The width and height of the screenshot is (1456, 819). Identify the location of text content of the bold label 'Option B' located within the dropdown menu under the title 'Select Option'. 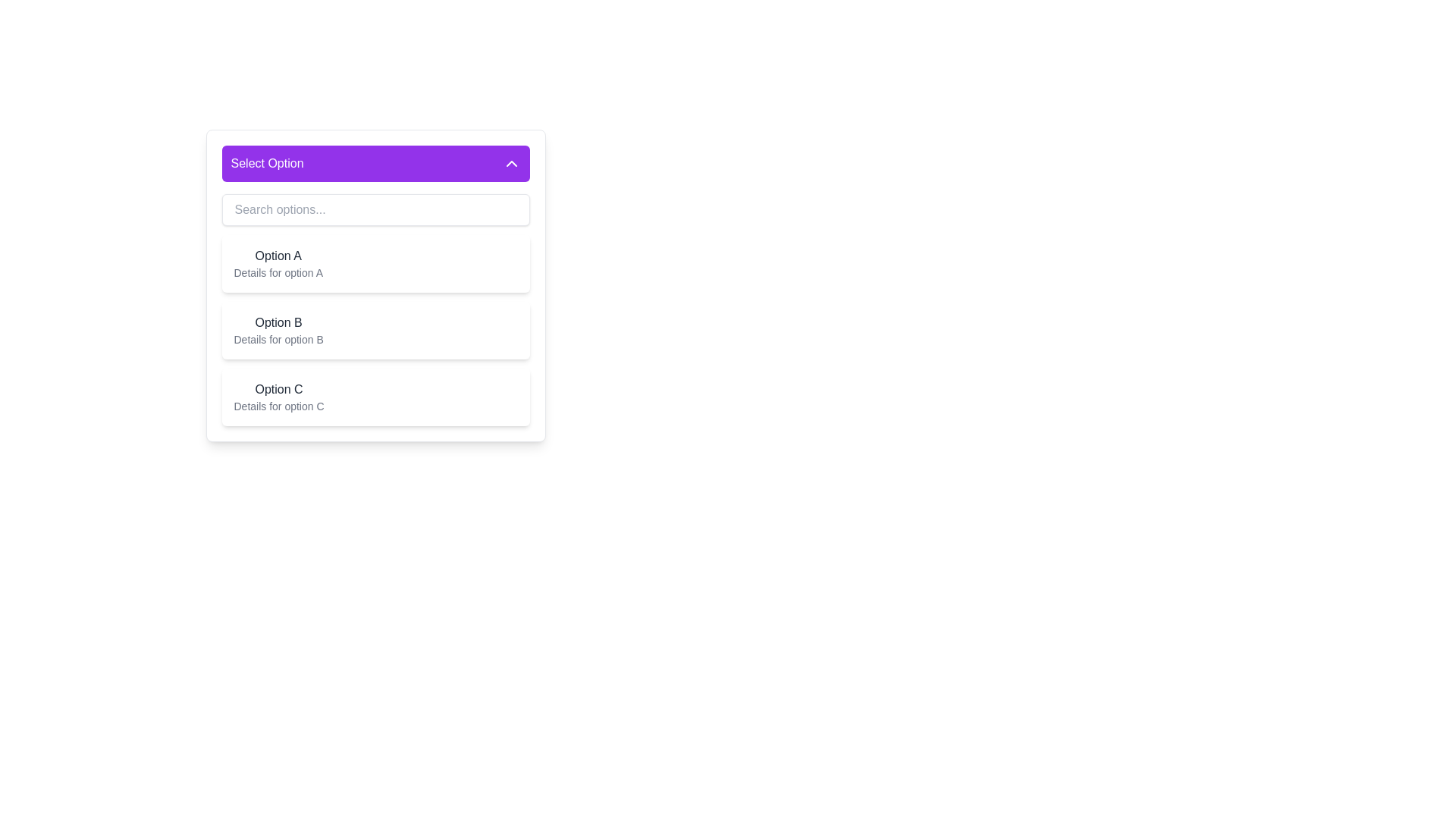
(278, 322).